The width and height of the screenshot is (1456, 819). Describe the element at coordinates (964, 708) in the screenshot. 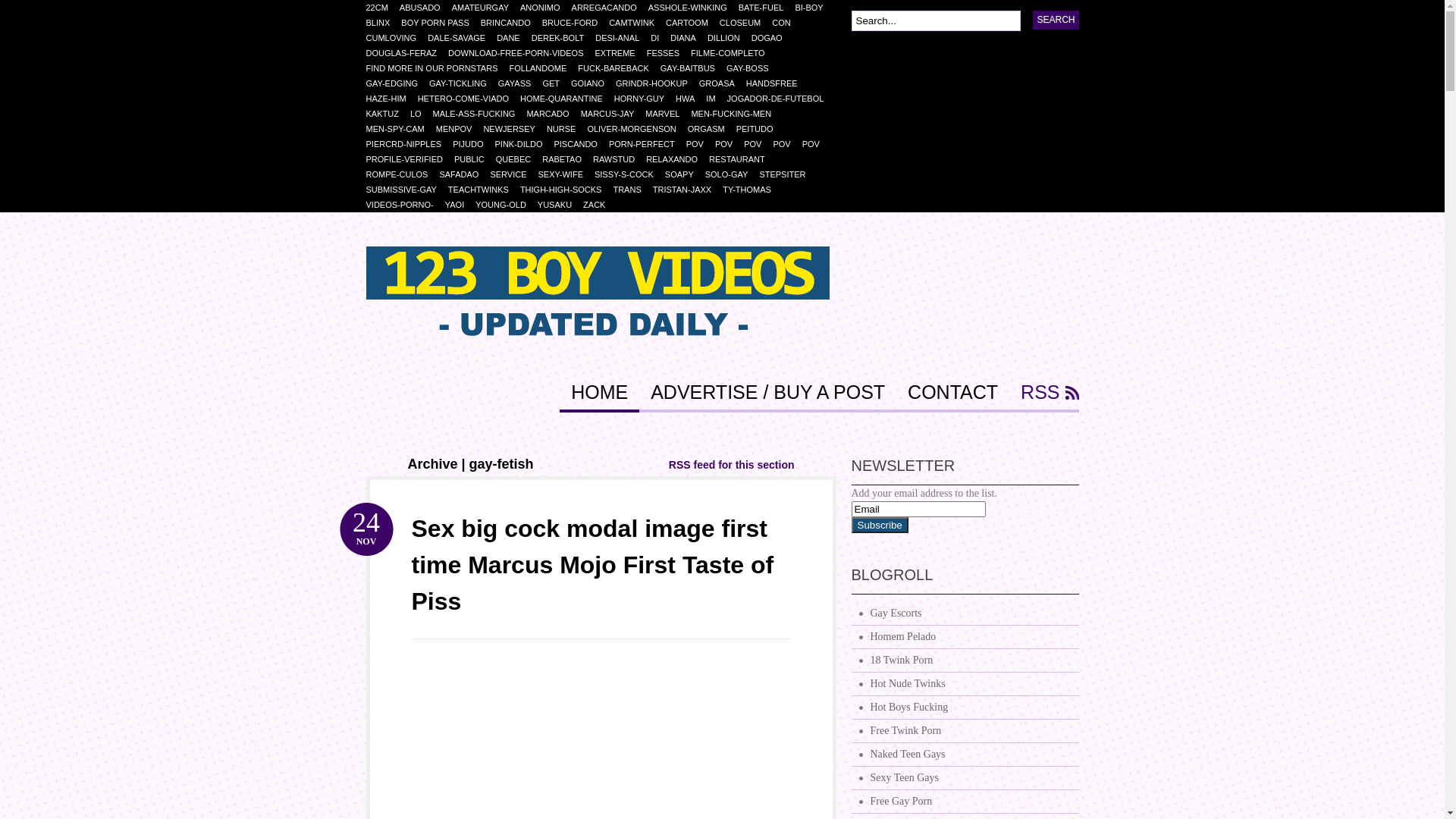

I see `'Hot Boys Fucking'` at that location.